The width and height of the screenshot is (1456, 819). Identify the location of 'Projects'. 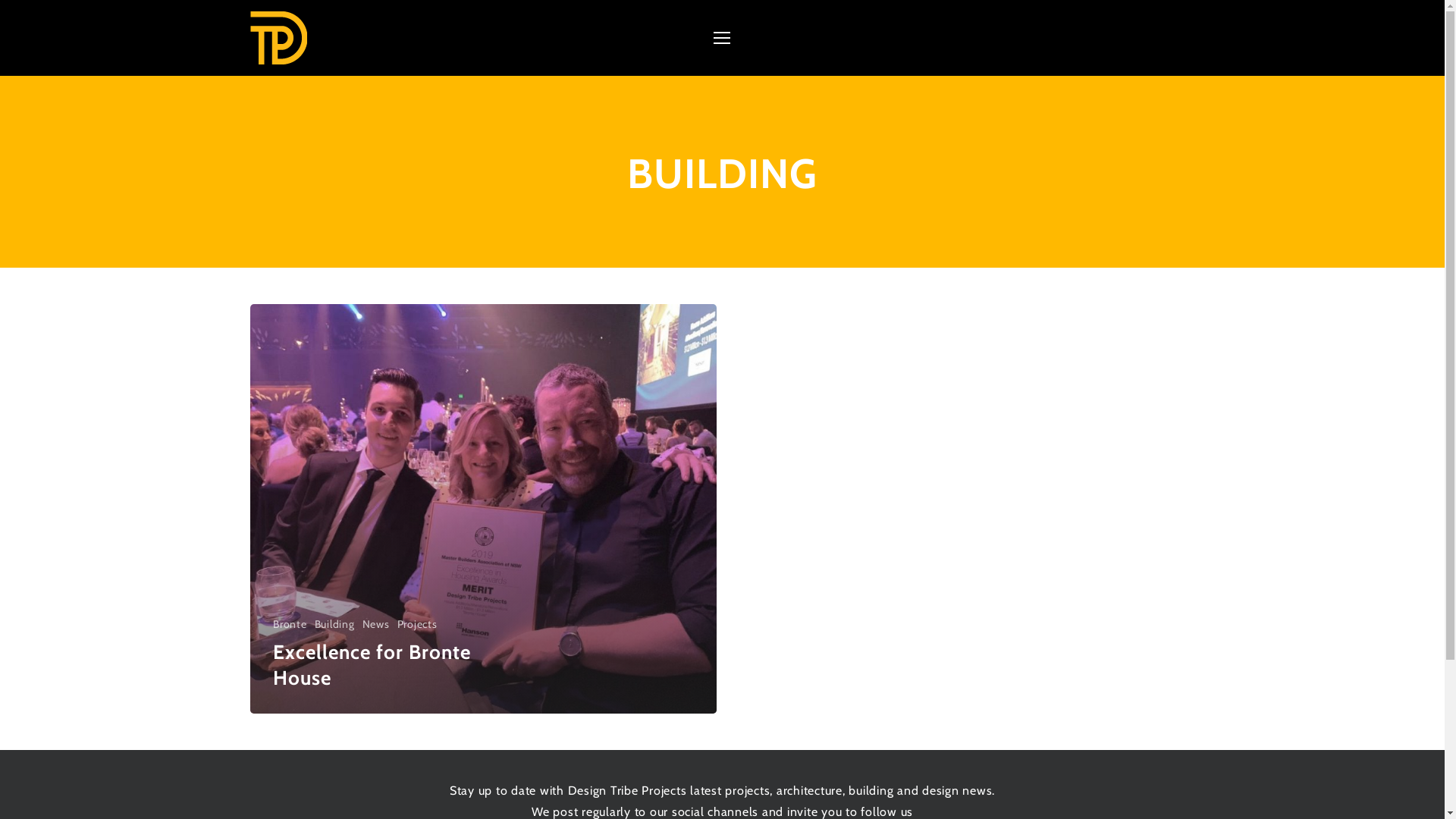
(417, 624).